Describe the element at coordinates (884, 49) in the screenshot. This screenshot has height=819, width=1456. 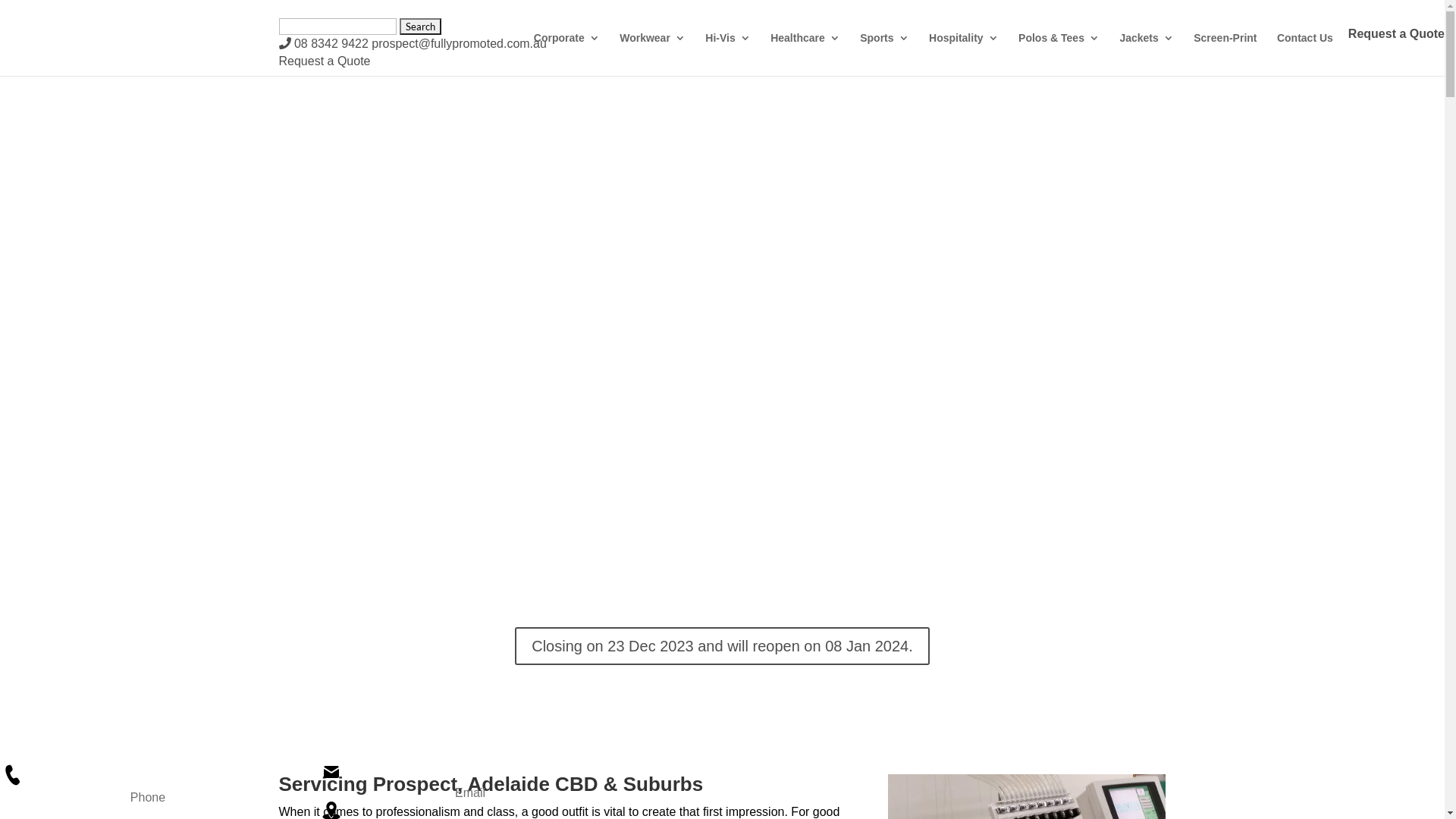
I see `'Sports'` at that location.